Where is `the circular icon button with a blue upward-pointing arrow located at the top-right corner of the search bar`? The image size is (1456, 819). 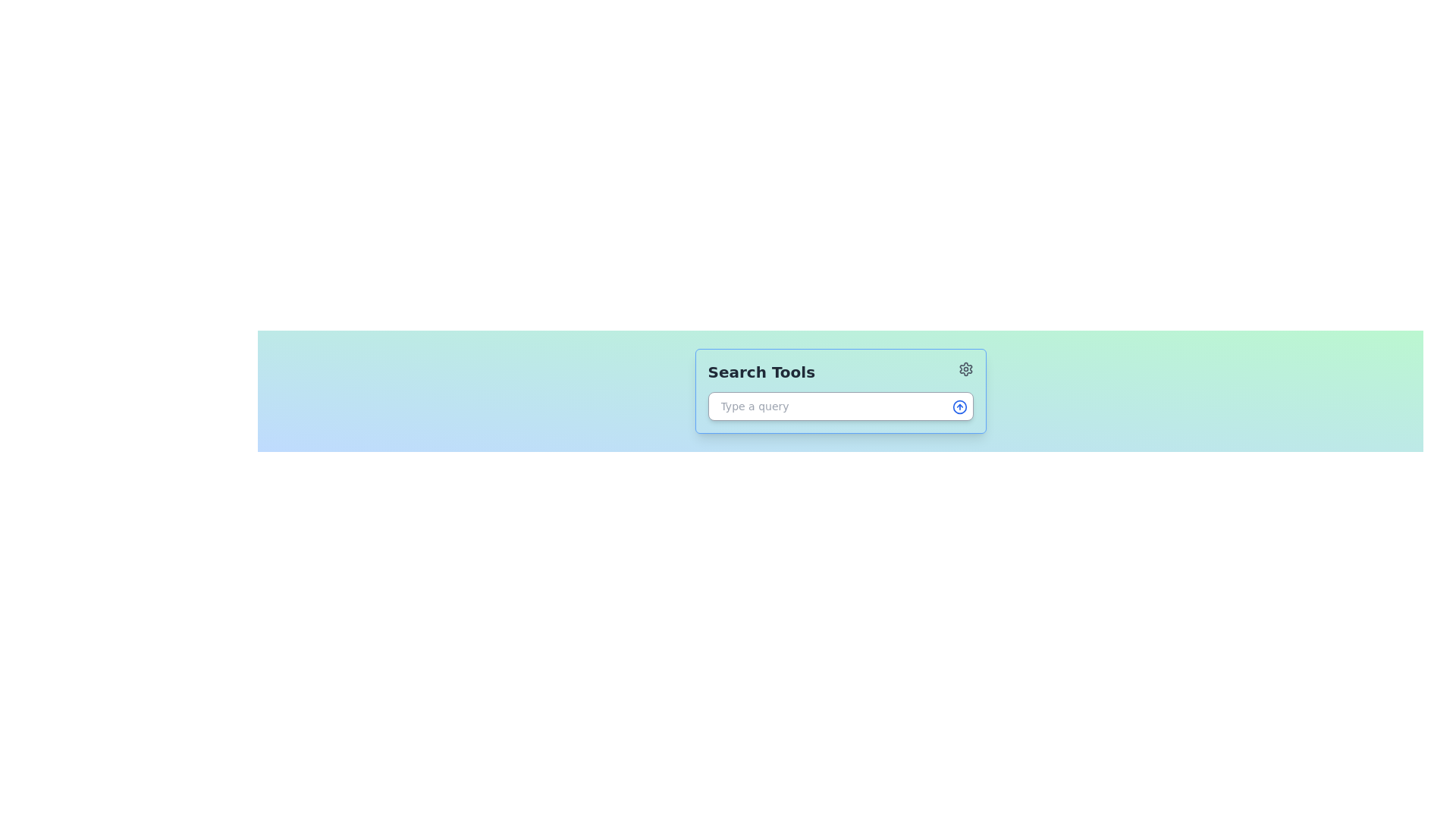 the circular icon button with a blue upward-pointing arrow located at the top-right corner of the search bar is located at coordinates (959, 406).